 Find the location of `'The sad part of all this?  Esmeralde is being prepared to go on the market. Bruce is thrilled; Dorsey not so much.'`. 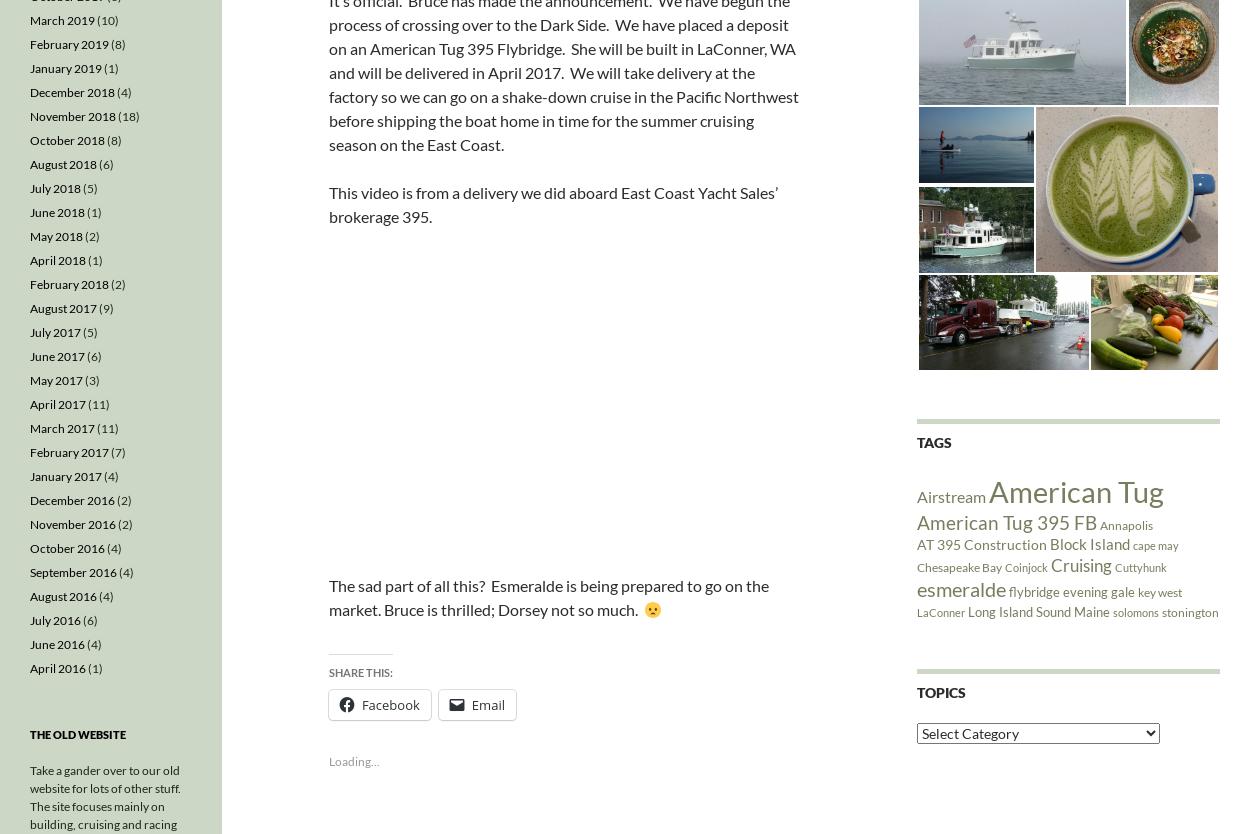

'The sad part of all this?  Esmeralde is being prepared to go on the market. Bruce is thrilled; Dorsey not so much.' is located at coordinates (327, 597).